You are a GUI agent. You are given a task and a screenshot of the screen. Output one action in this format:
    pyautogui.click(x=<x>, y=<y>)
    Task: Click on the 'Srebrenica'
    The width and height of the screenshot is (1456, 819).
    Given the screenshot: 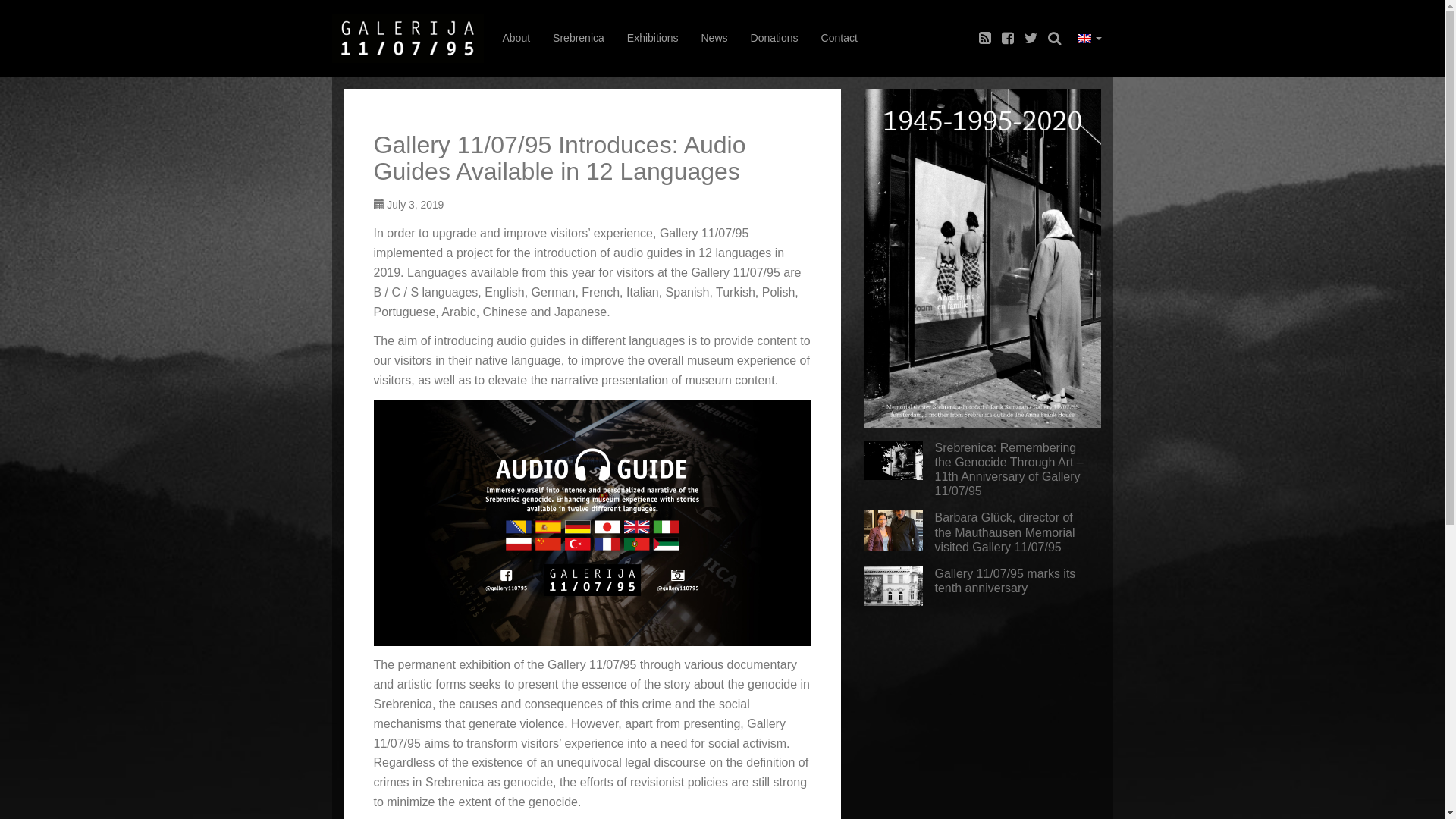 What is the action you would take?
    pyautogui.click(x=578, y=37)
    